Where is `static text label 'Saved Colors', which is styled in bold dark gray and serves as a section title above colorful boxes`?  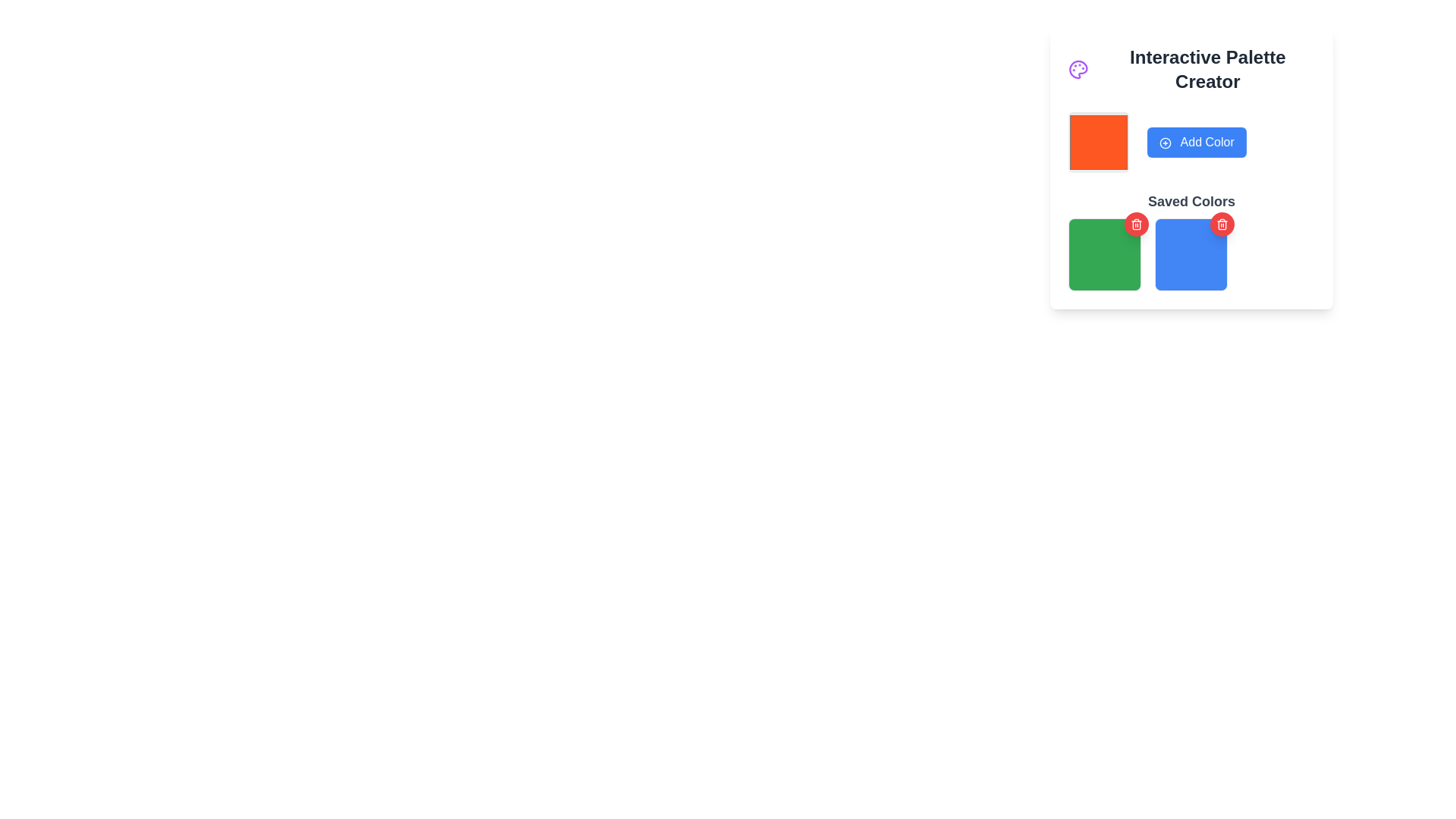 static text label 'Saved Colors', which is styled in bold dark gray and serves as a section title above colorful boxes is located at coordinates (1191, 201).